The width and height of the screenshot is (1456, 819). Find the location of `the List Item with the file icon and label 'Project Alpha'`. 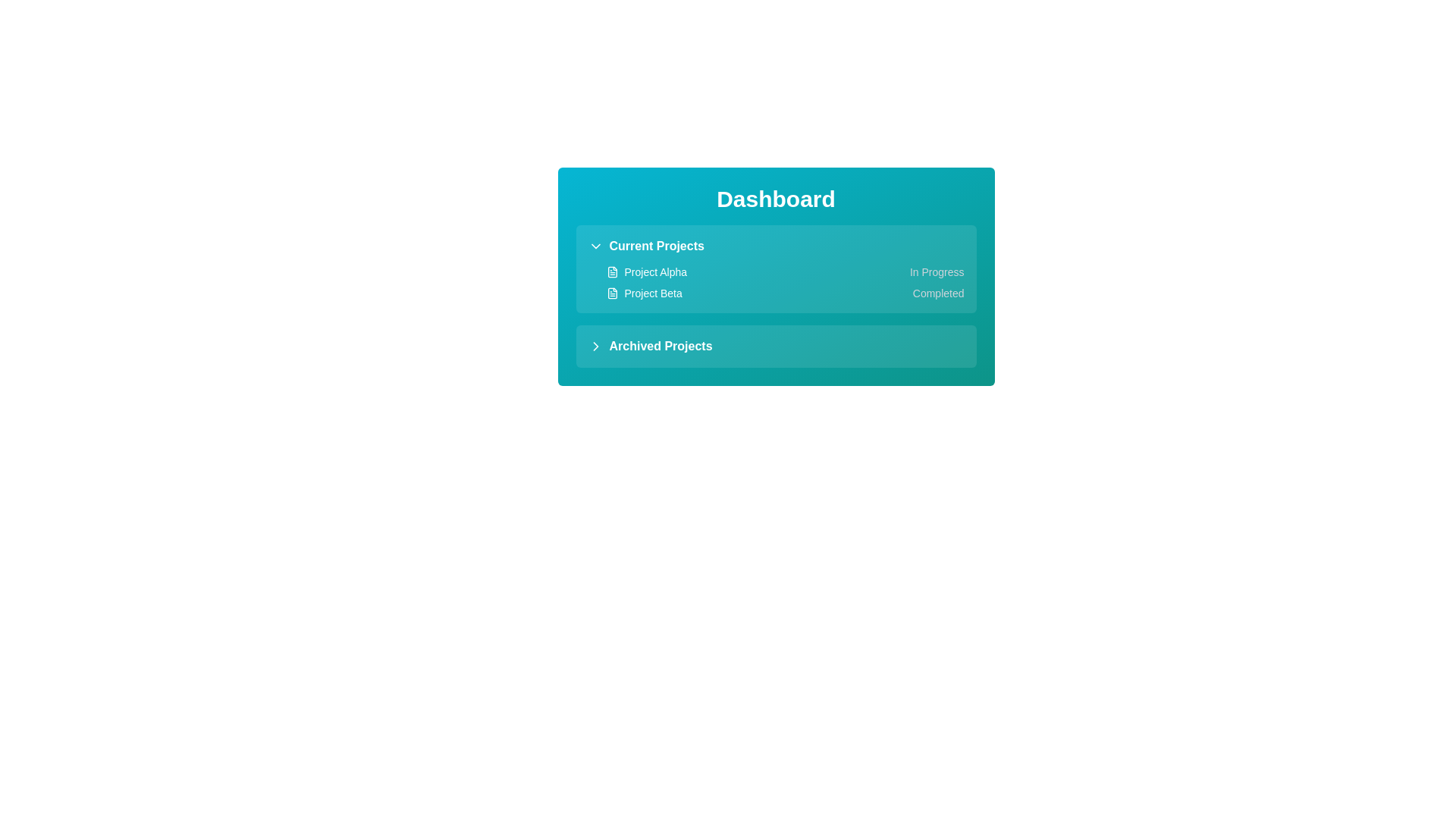

the List Item with the file icon and label 'Project Alpha' is located at coordinates (646, 271).